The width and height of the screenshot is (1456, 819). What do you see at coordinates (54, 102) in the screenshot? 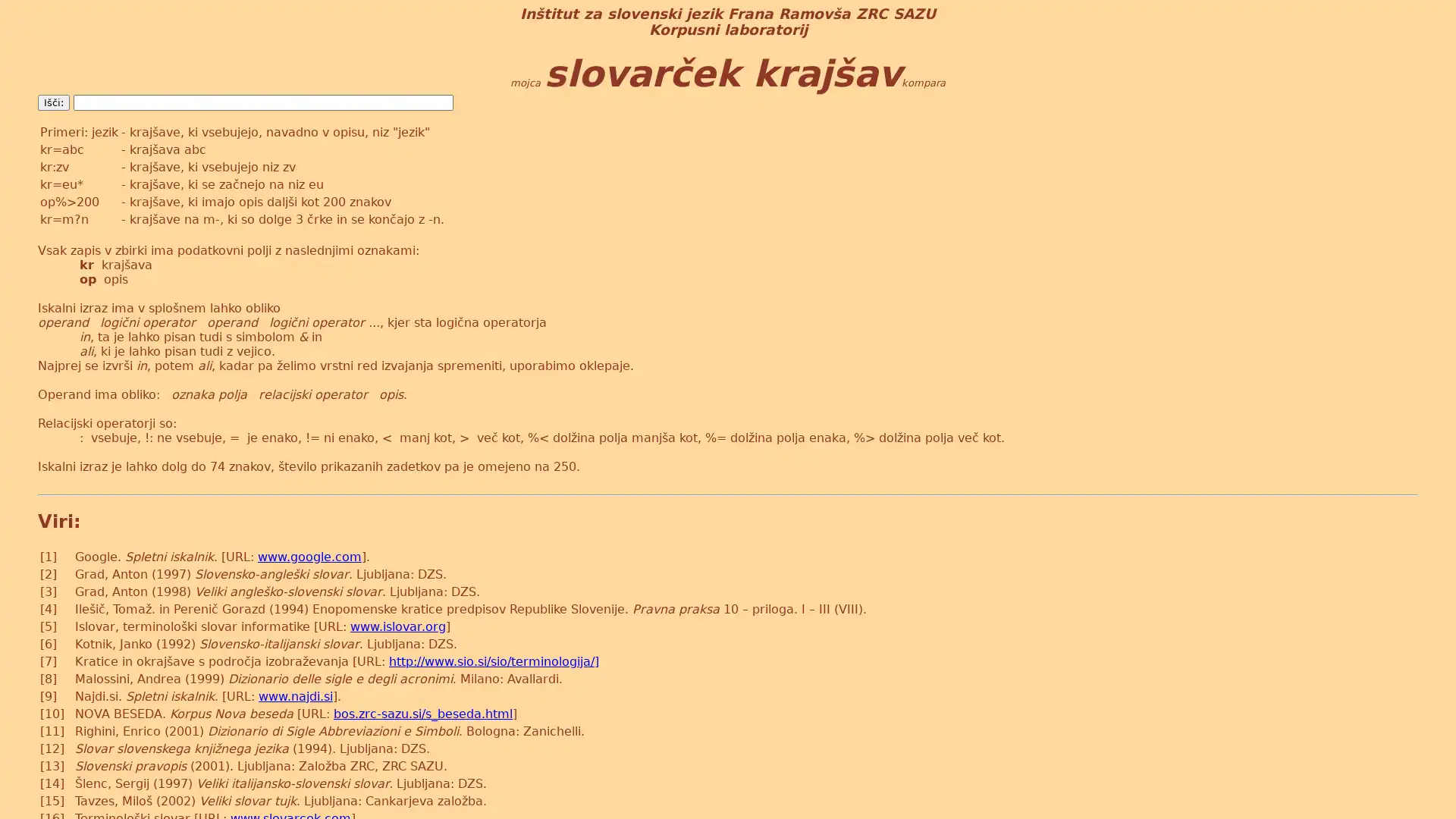
I see `Isci:` at bounding box center [54, 102].